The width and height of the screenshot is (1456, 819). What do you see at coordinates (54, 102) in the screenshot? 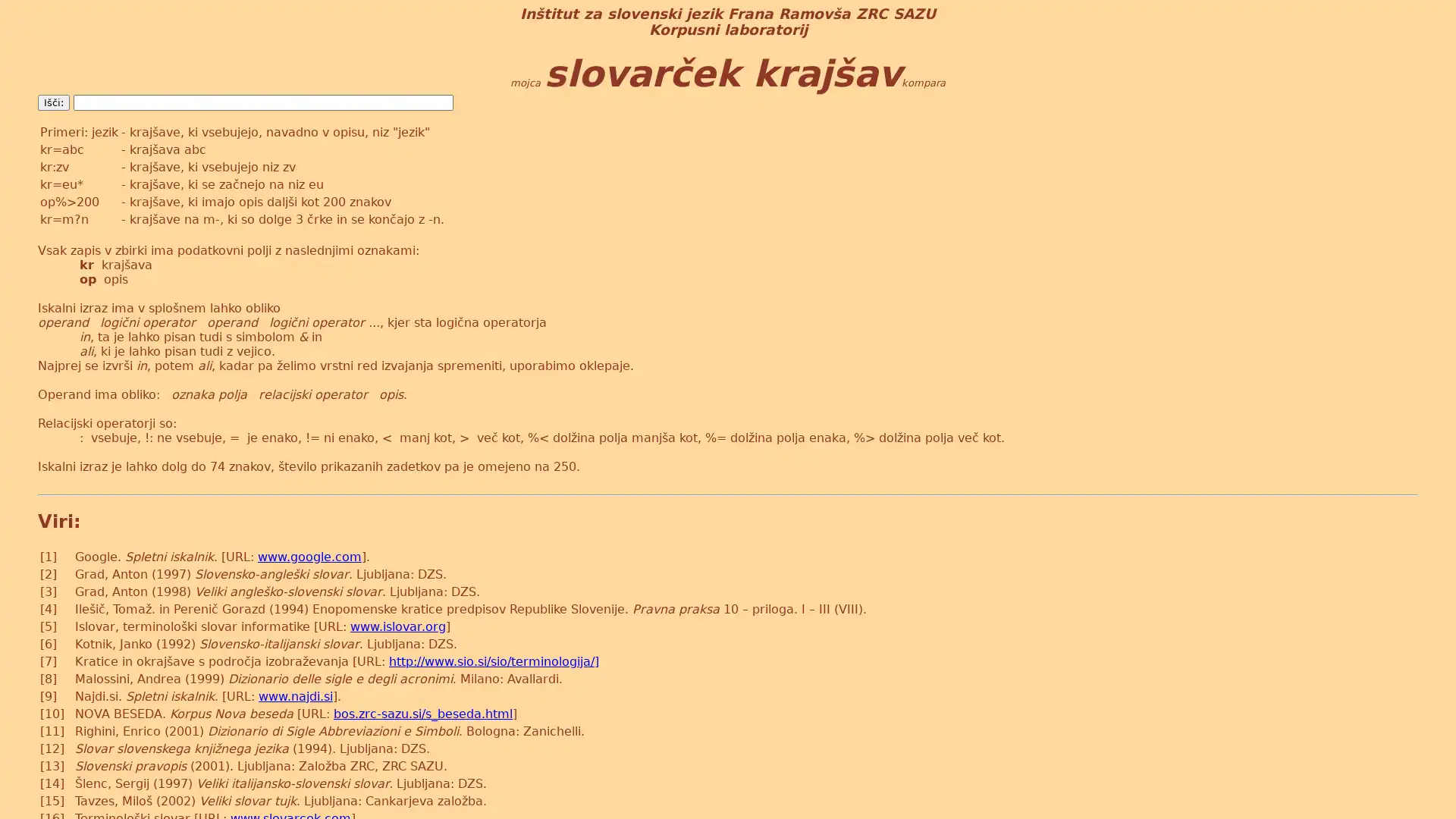
I see `Isci:` at bounding box center [54, 102].